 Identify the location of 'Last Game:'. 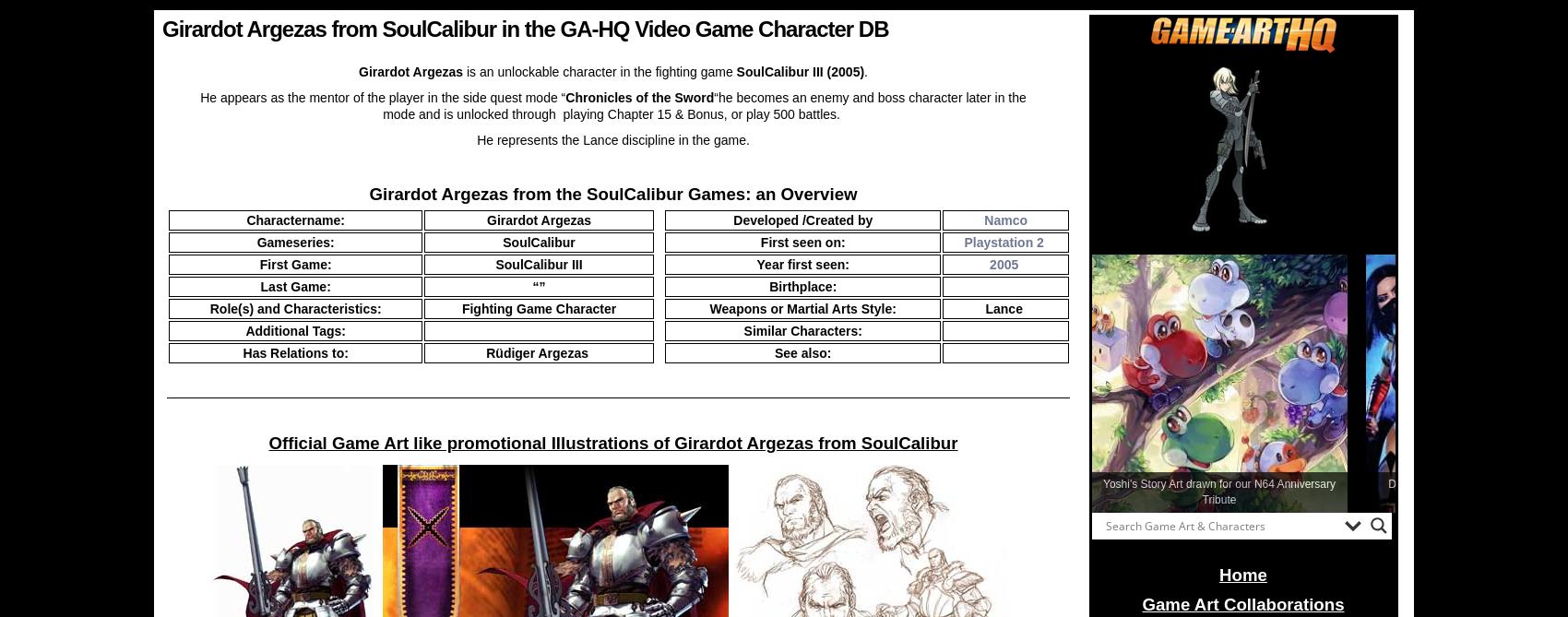
(294, 287).